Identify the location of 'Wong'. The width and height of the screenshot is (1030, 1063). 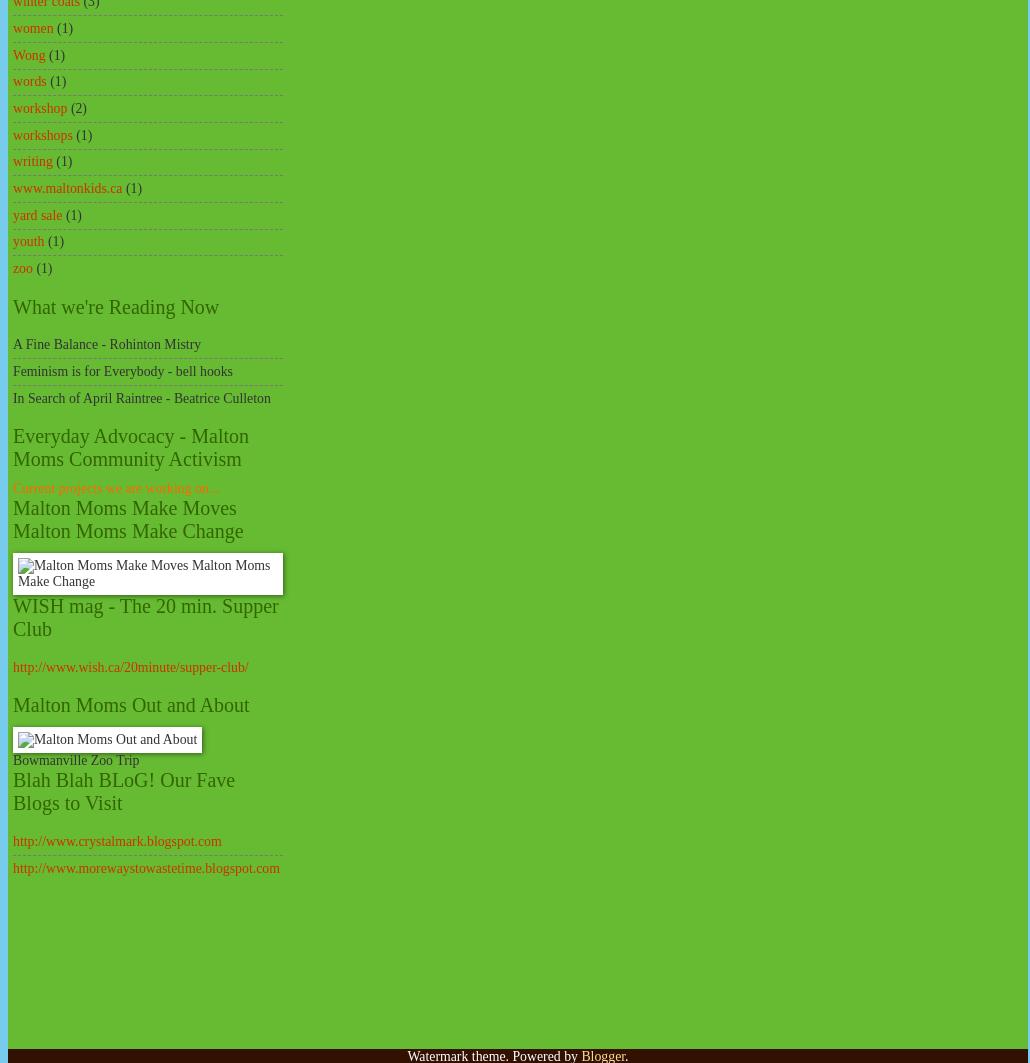
(29, 54).